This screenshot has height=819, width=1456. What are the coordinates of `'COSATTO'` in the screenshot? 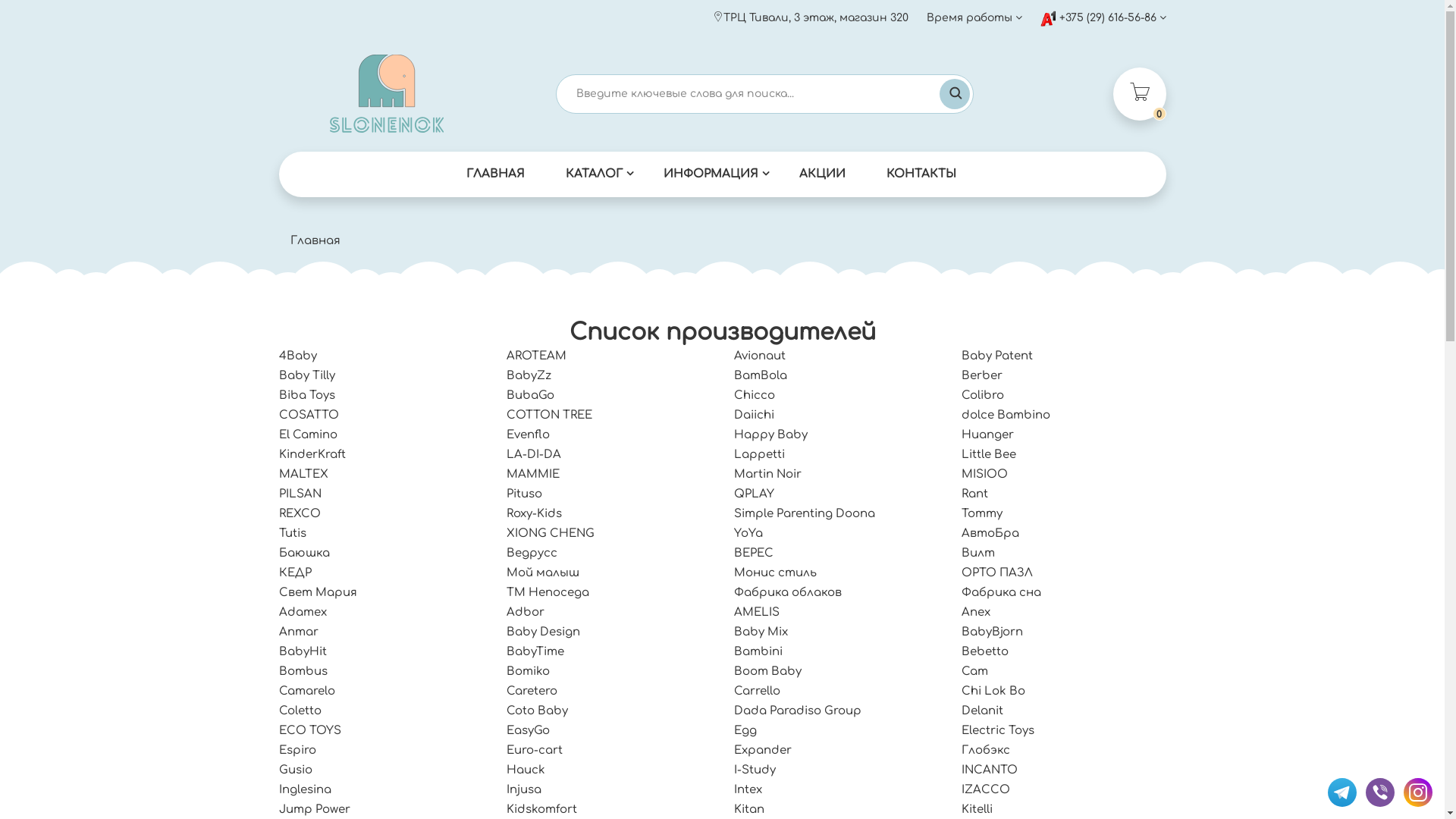 It's located at (308, 415).